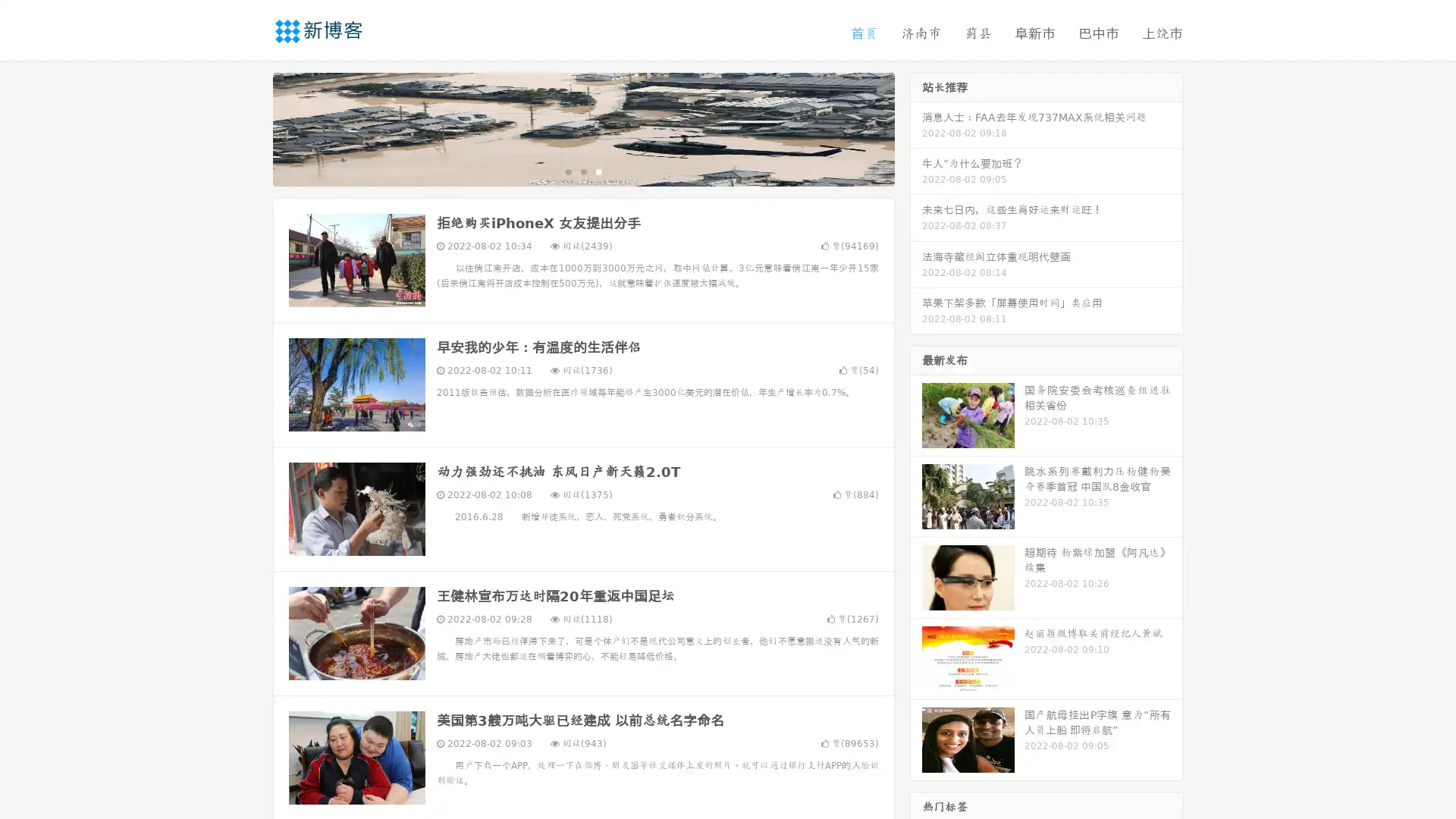 The width and height of the screenshot is (1456, 819). What do you see at coordinates (598, 171) in the screenshot?
I see `Go to slide 3` at bounding box center [598, 171].